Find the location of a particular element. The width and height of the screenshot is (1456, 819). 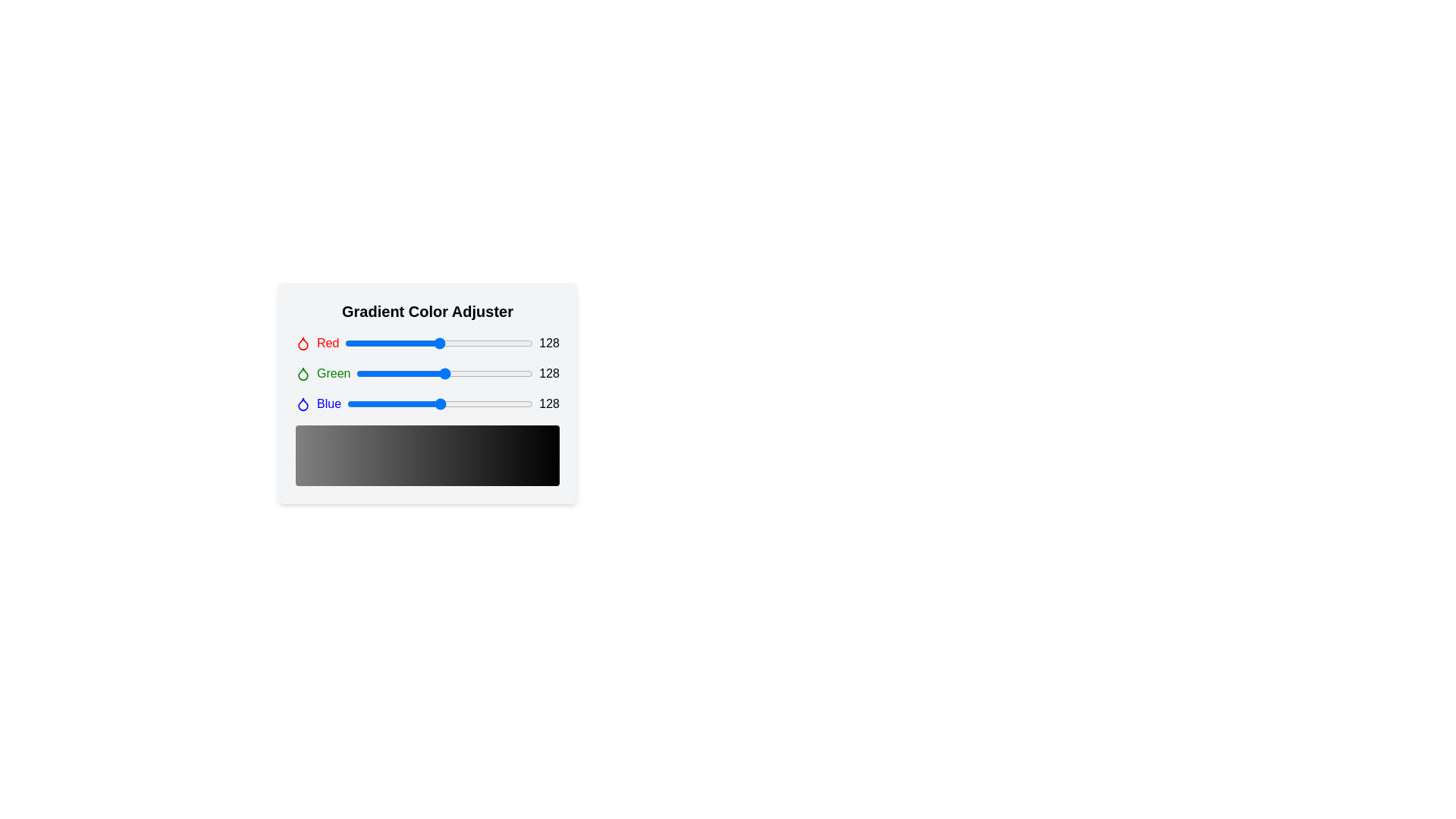

the blue color slider to 9 is located at coordinates (353, 403).